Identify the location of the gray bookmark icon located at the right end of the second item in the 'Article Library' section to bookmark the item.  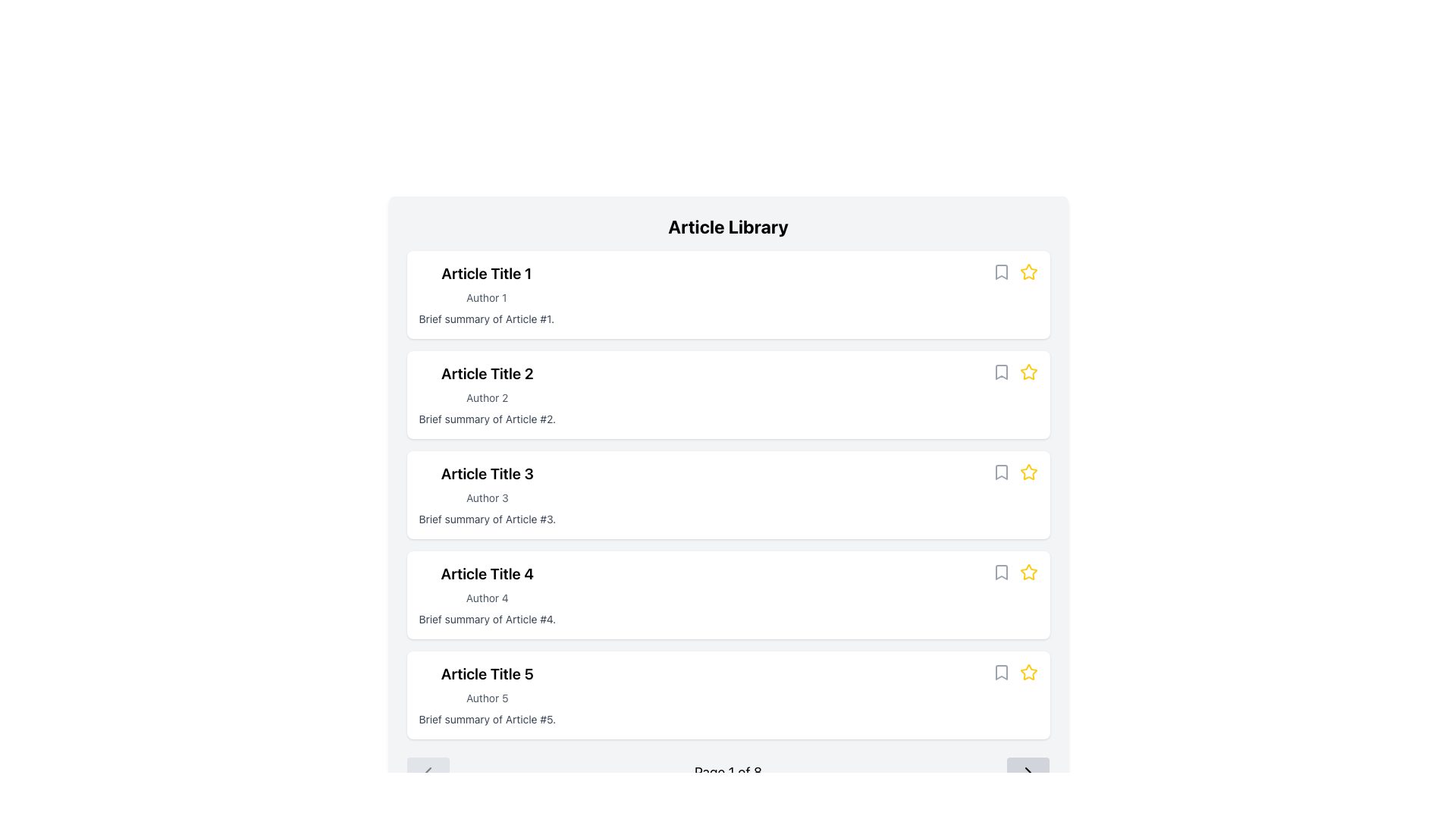
(1001, 372).